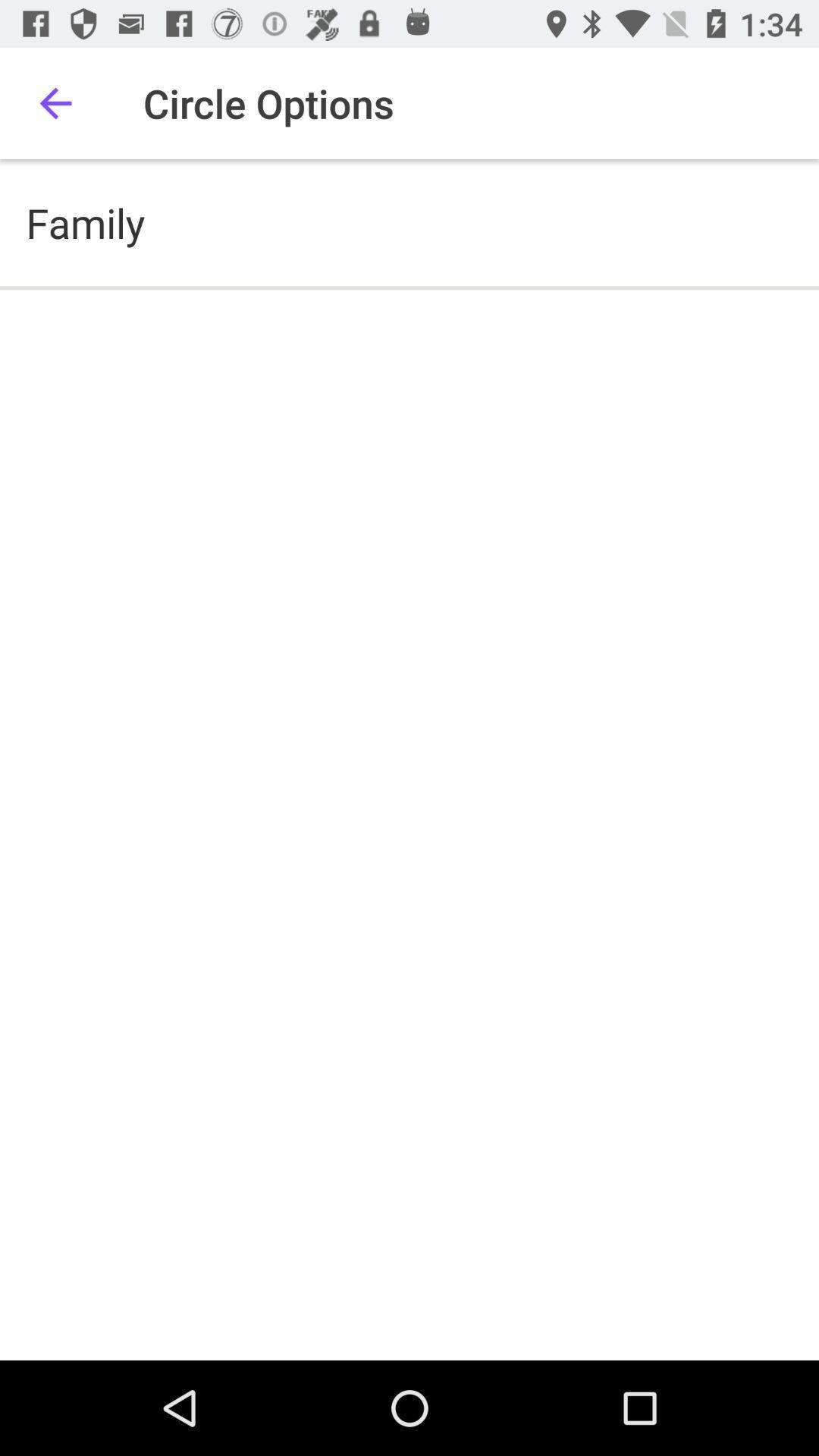 The height and width of the screenshot is (1456, 819). What do you see at coordinates (55, 102) in the screenshot?
I see `item above the family` at bounding box center [55, 102].